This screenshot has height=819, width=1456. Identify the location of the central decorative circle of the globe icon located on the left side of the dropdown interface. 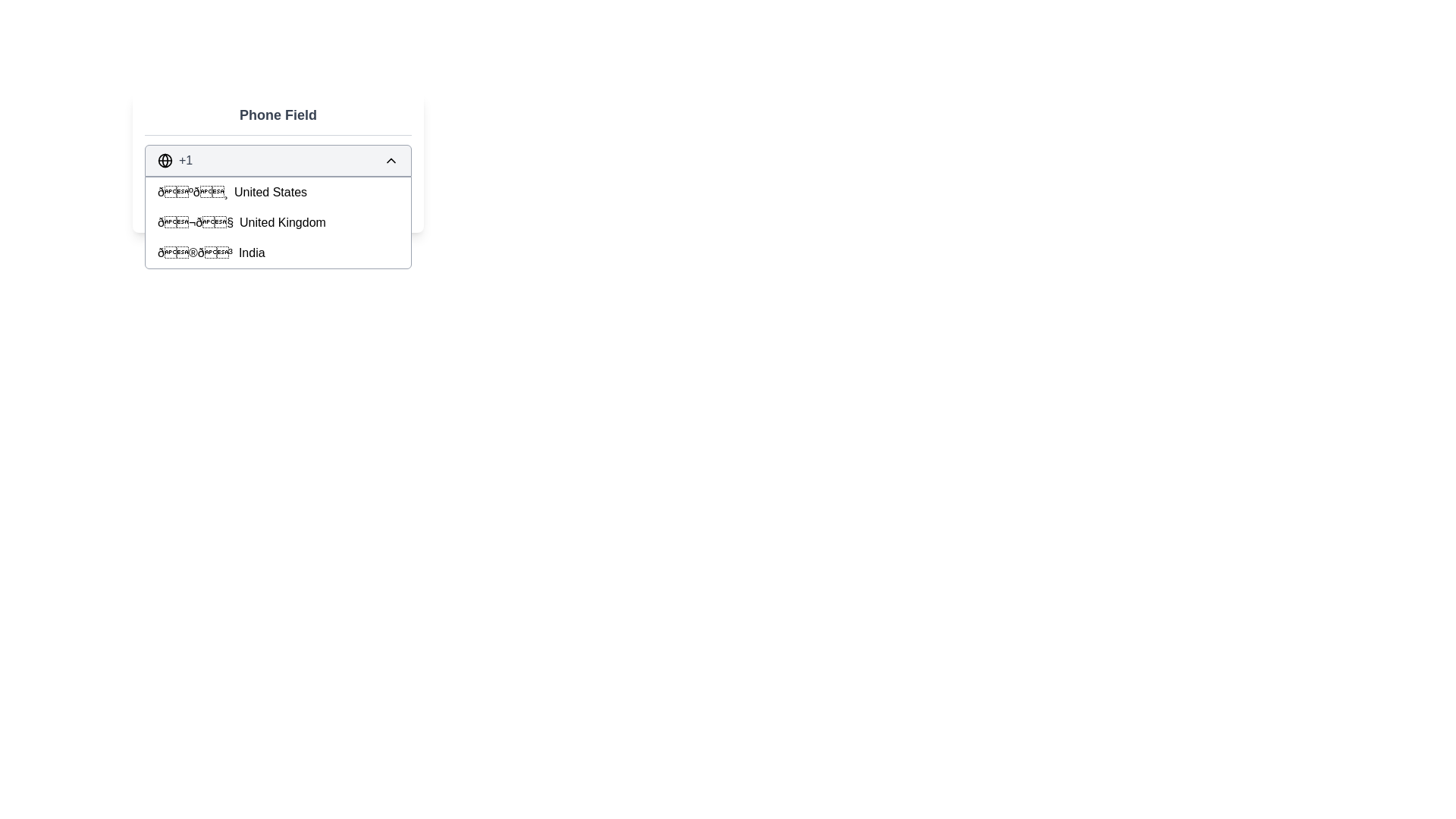
(165, 161).